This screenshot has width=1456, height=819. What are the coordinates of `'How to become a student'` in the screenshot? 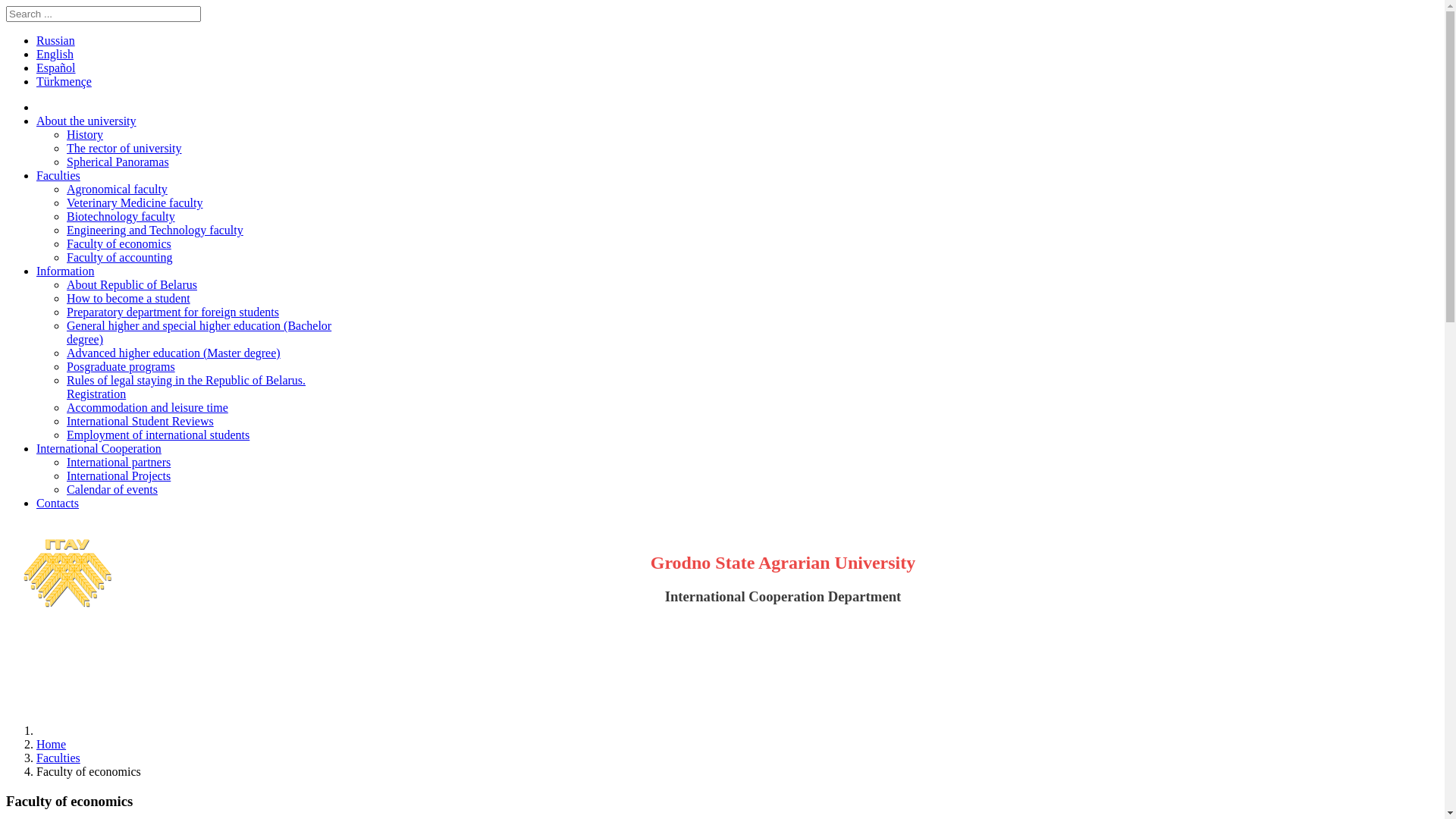 It's located at (128, 298).